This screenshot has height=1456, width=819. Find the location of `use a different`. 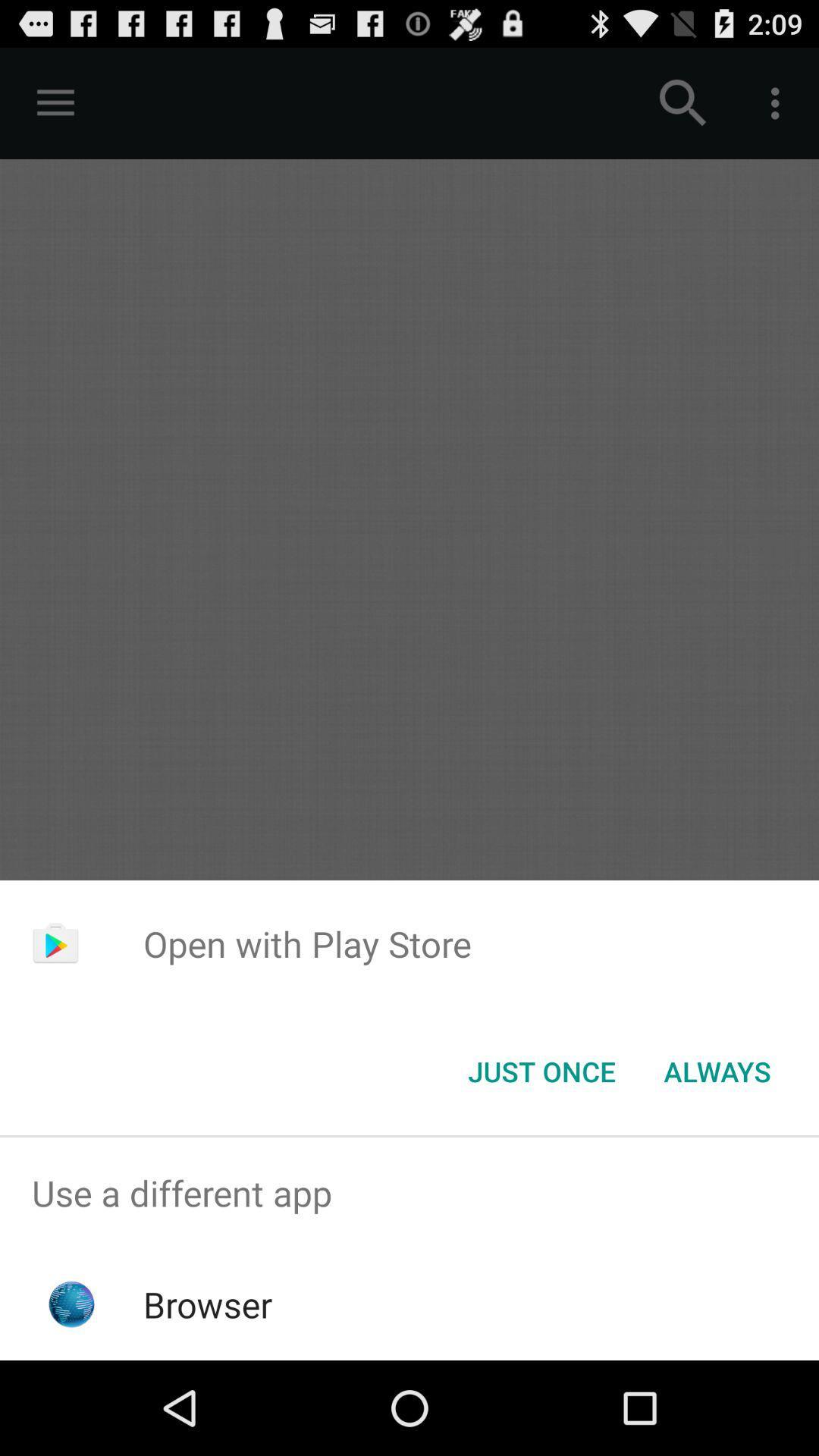

use a different is located at coordinates (409, 1192).